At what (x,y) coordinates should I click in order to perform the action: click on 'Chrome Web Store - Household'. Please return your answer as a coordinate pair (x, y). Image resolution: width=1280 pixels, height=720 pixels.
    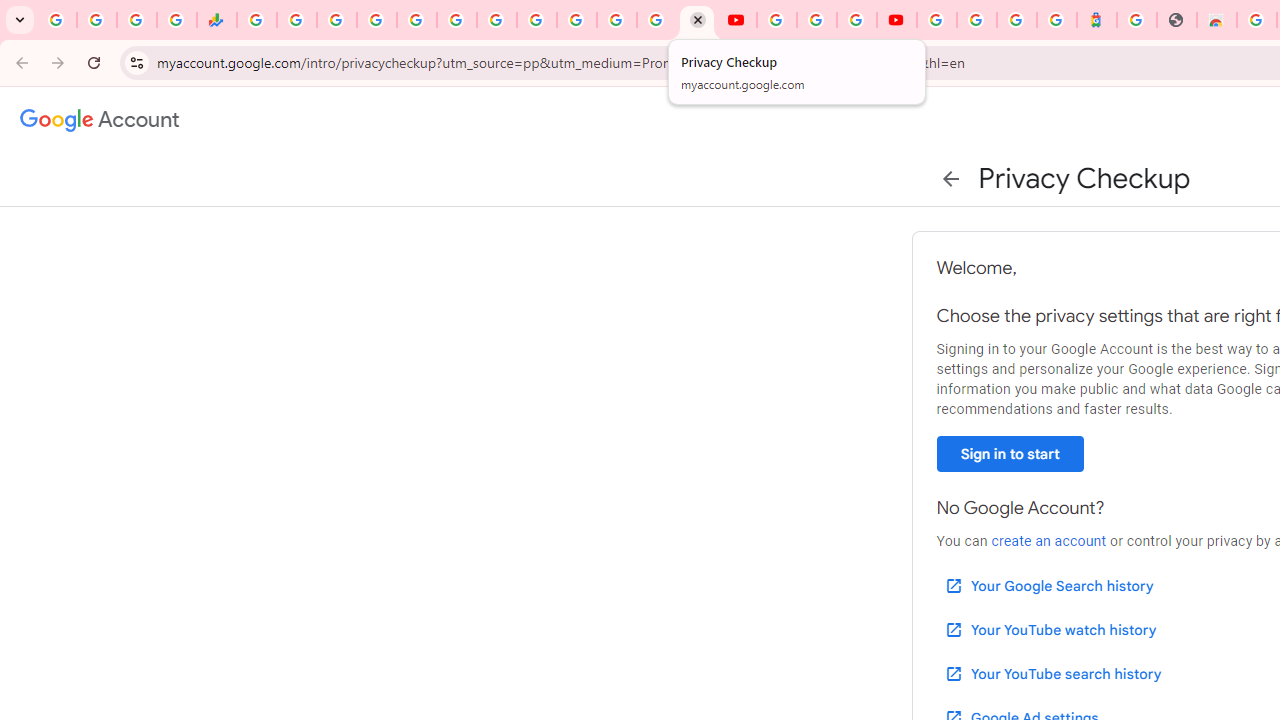
    Looking at the image, I should click on (1215, 20).